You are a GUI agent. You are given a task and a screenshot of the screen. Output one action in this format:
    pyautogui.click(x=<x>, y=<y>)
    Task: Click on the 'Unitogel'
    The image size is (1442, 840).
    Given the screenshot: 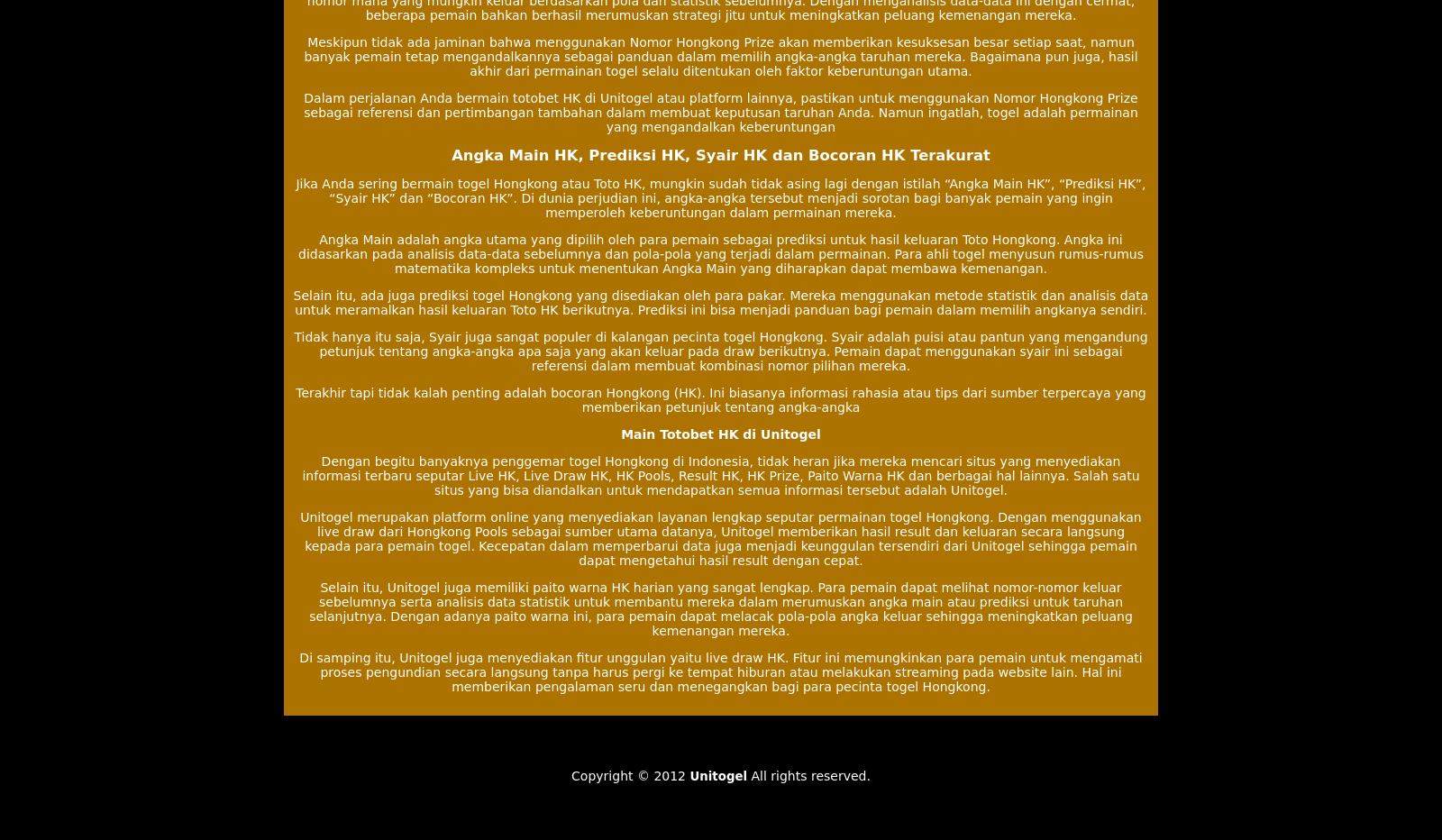 What is the action you would take?
    pyautogui.click(x=717, y=775)
    